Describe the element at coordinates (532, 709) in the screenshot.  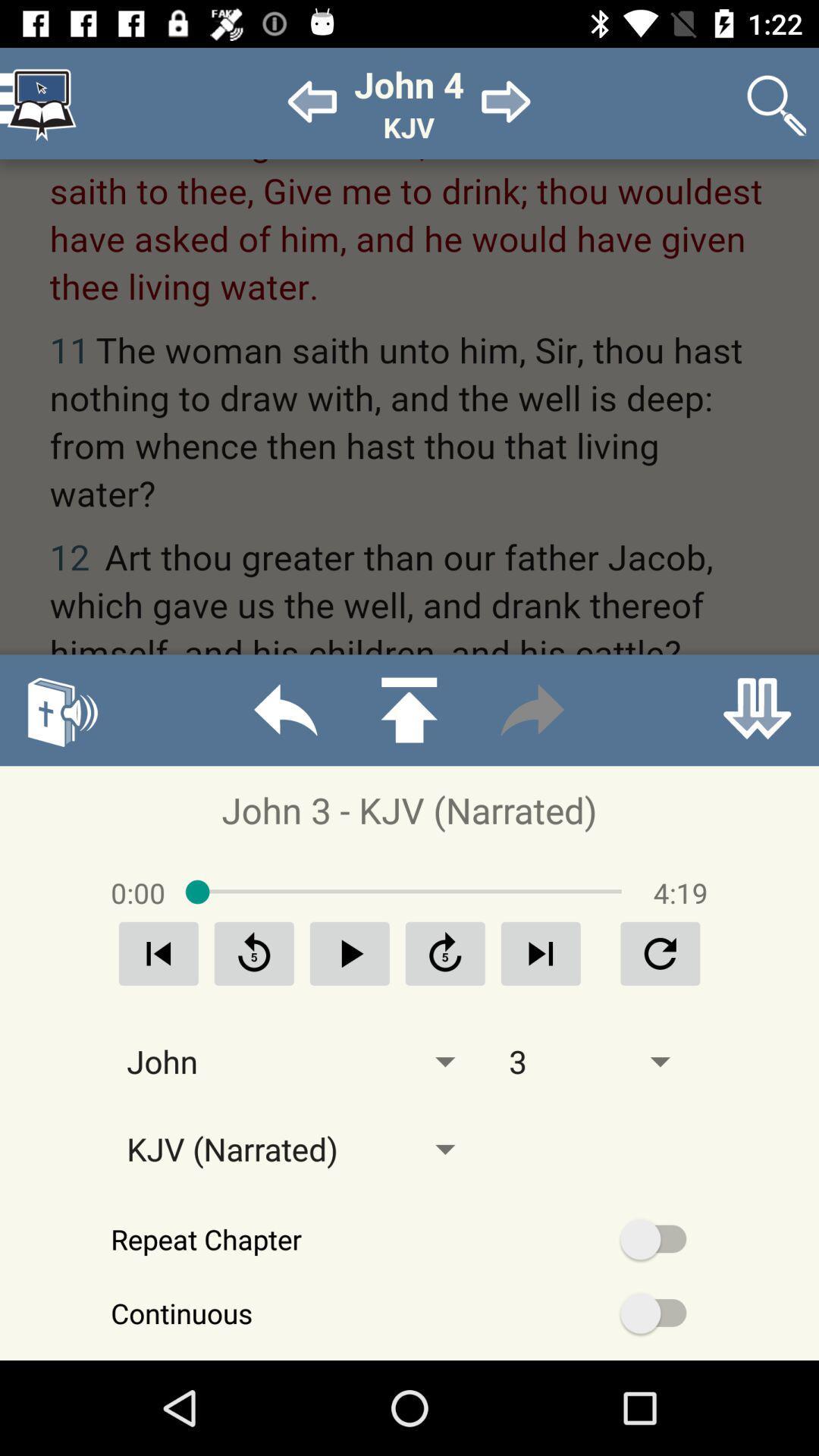
I see `the redo icon` at that location.